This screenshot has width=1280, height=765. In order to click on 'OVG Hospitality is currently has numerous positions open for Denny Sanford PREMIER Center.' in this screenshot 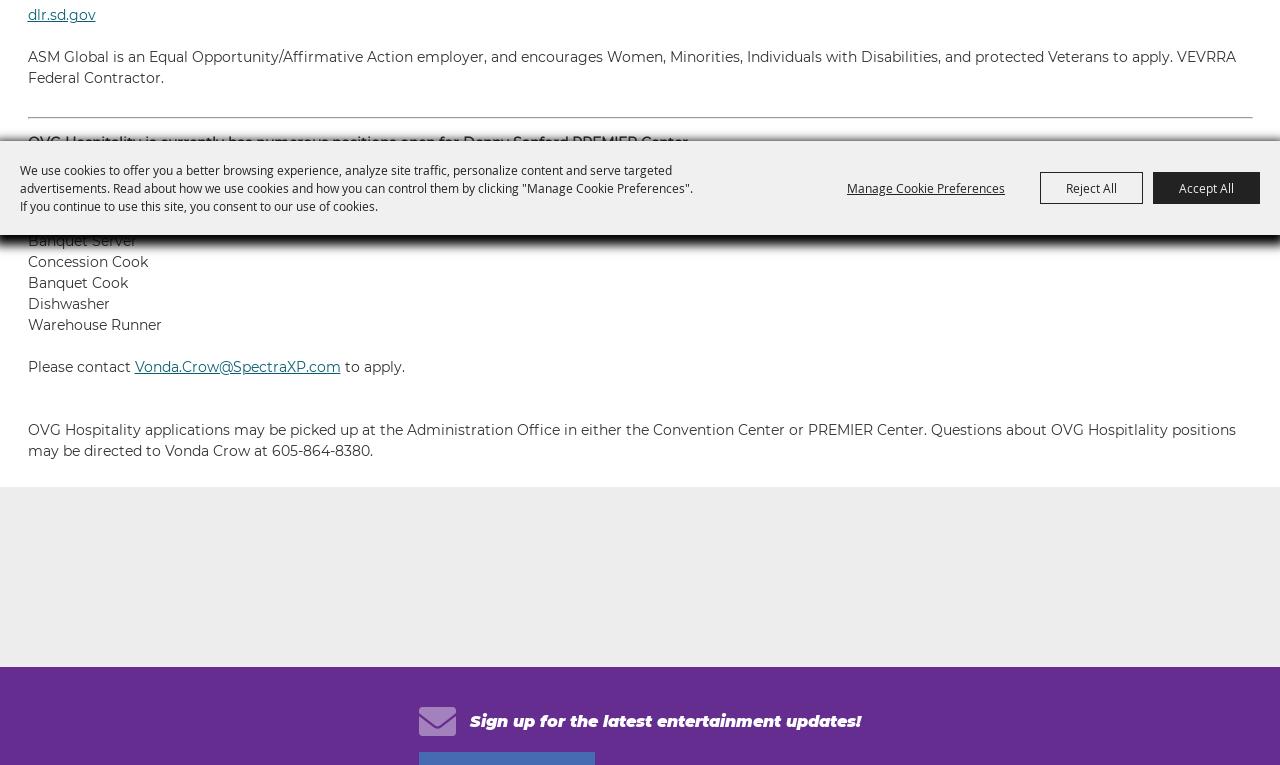, I will do `click(358, 142)`.